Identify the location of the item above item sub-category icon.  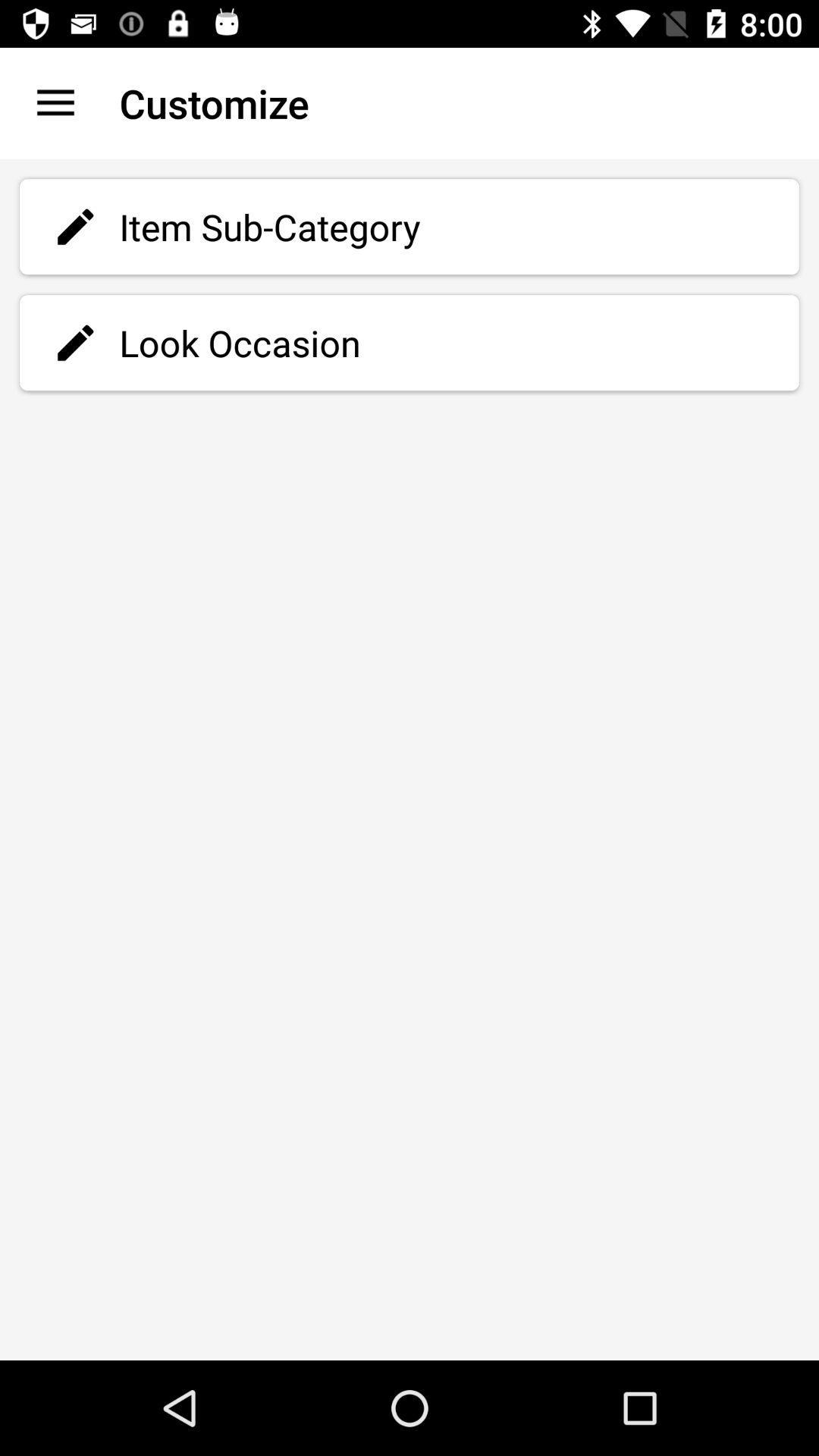
(55, 102).